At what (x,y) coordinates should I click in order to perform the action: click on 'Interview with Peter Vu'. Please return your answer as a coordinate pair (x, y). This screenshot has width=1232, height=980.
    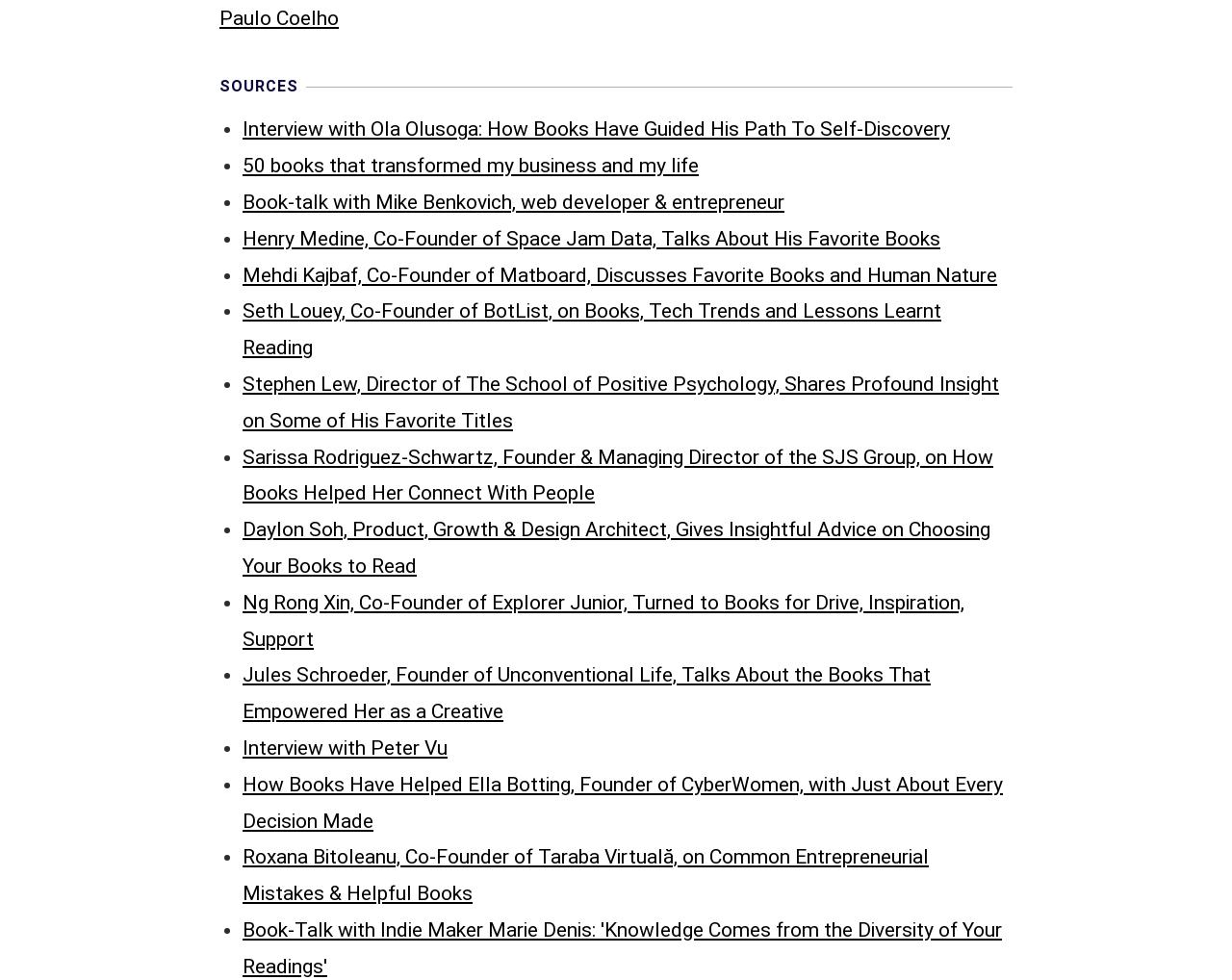
    Looking at the image, I should click on (345, 347).